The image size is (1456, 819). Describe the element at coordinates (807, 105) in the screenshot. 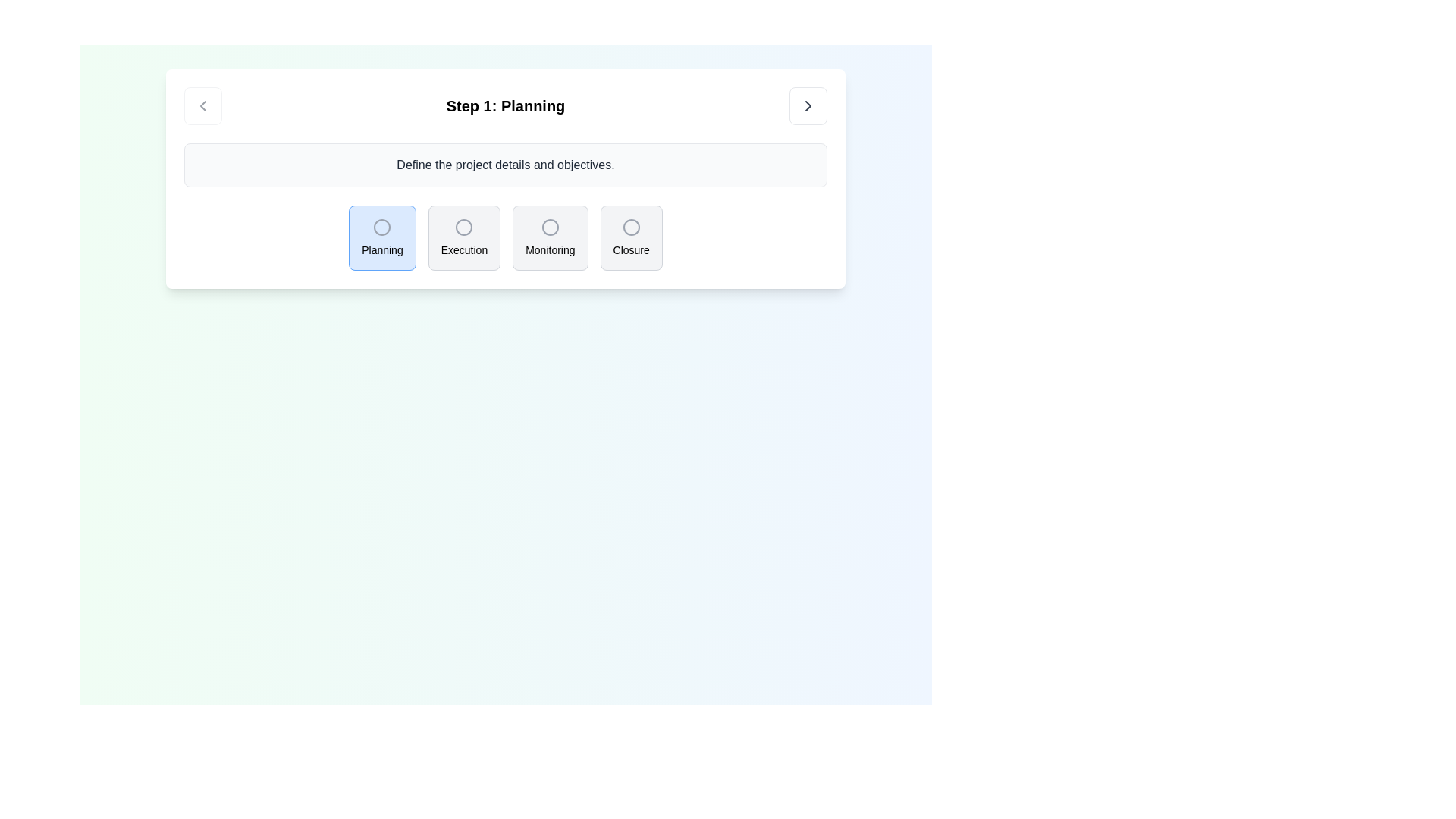

I see `the rectangular button with a chevron-right icon located in the header section to the far right of 'Step 1: Planning' for hover effects` at that location.